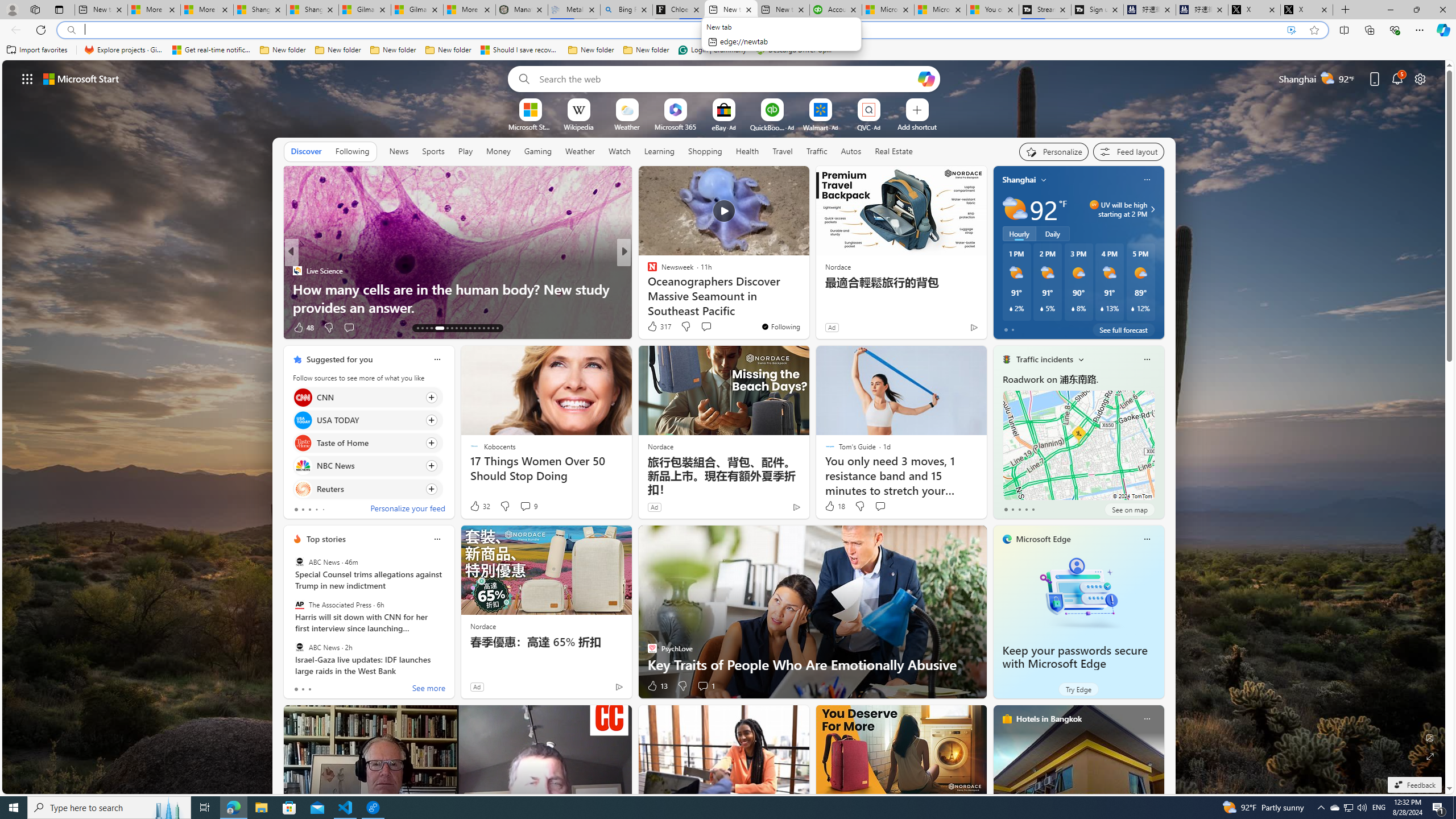 The width and height of the screenshot is (1456, 819). Describe the element at coordinates (431, 328) in the screenshot. I see `'AutomationID: tab-16'` at that location.